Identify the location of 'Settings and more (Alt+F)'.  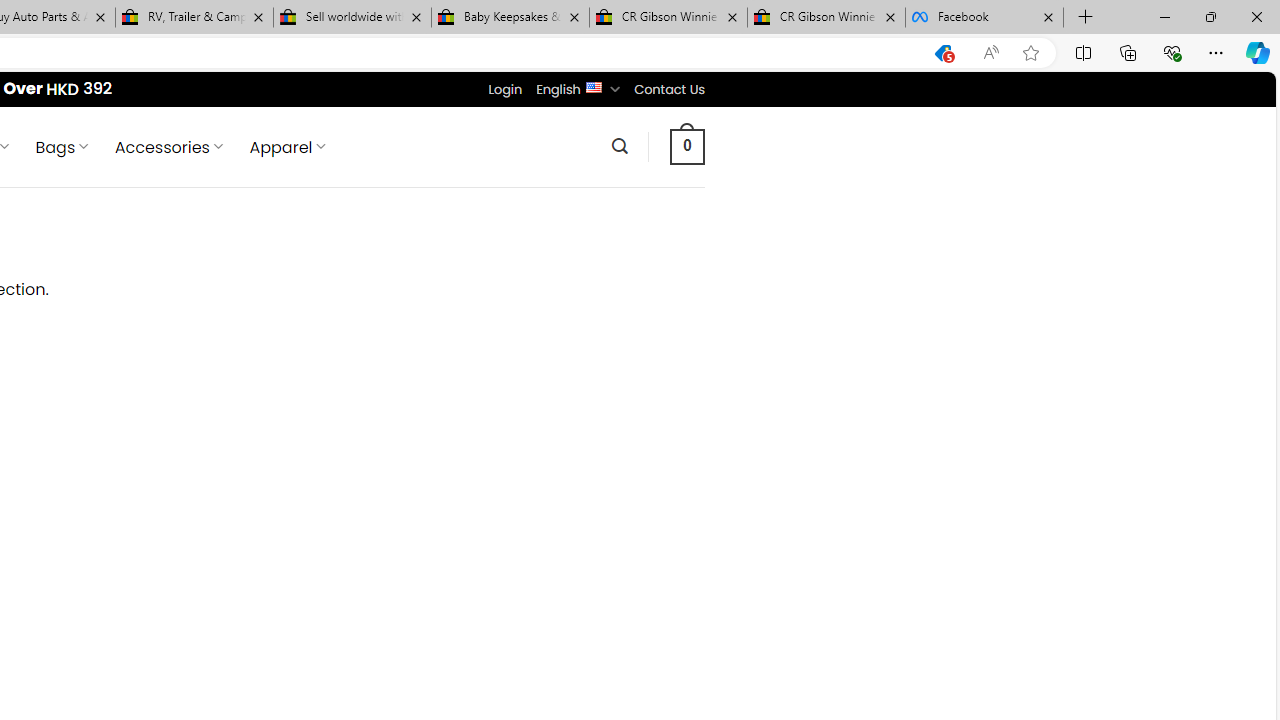
(1215, 51).